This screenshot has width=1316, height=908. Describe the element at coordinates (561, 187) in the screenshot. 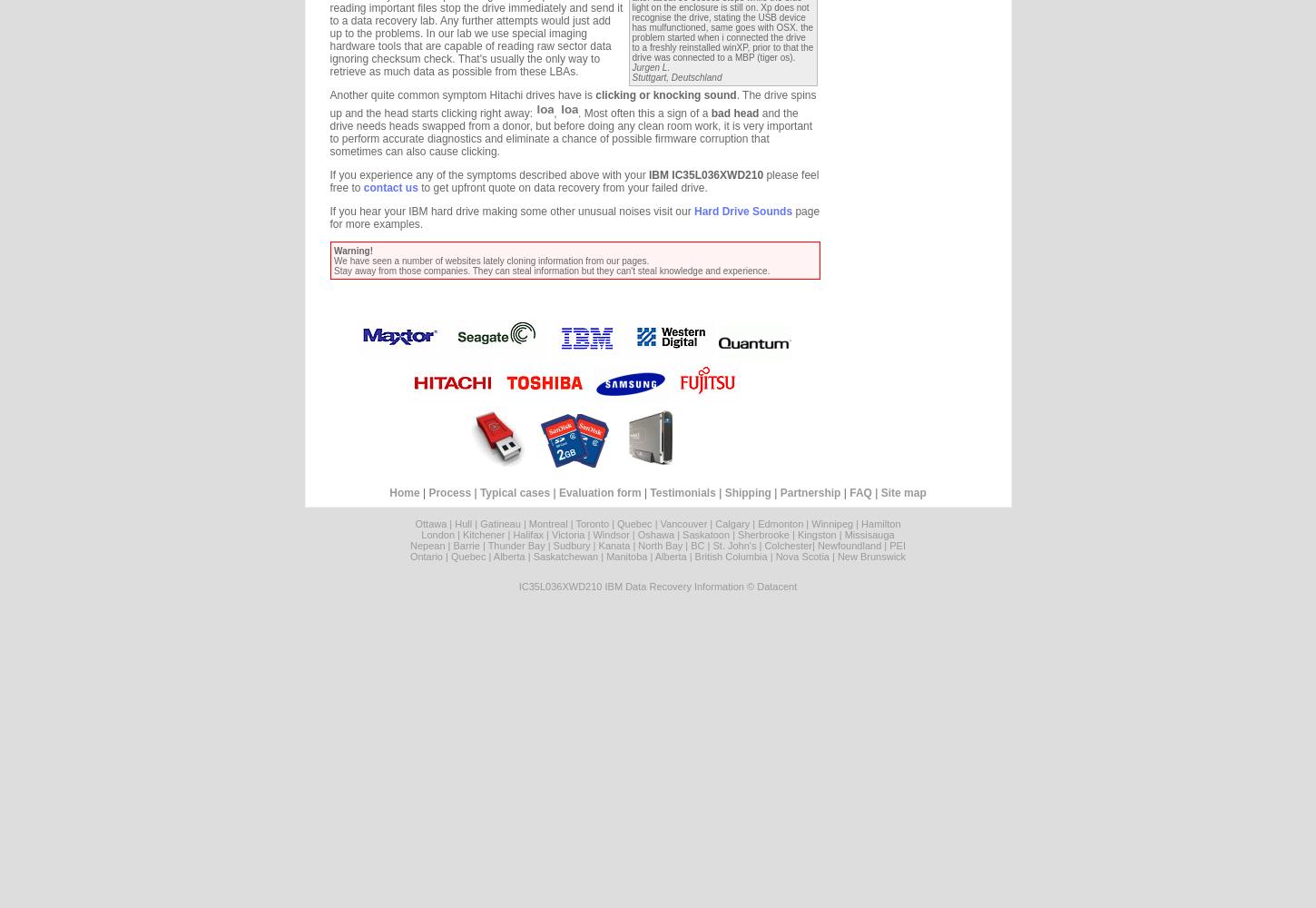

I see `'to get upfront quote on data recovery from your failed drive.'` at that location.